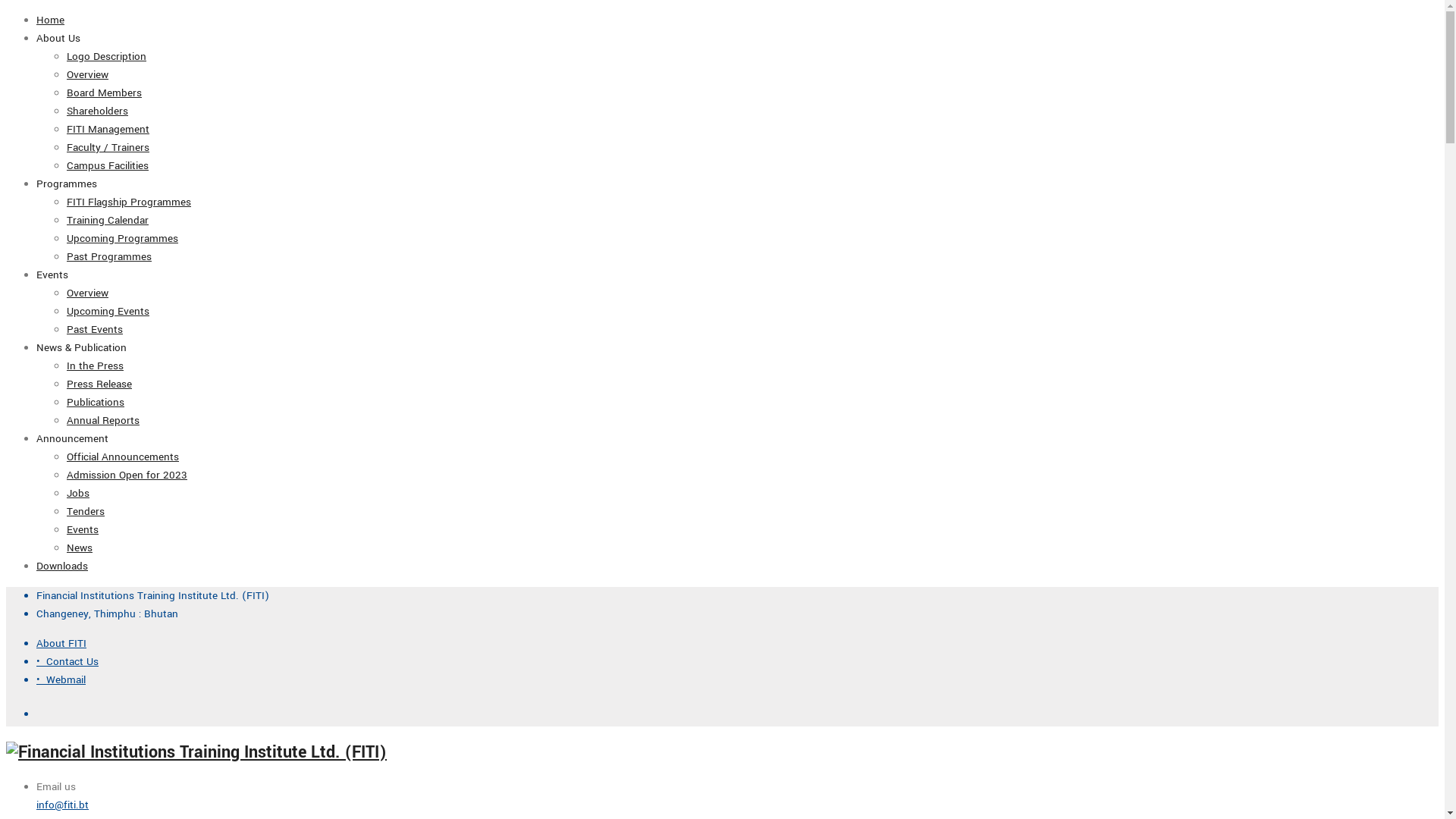 The image size is (1456, 819). Describe the element at coordinates (65, 201) in the screenshot. I see `'FITI Flagship Programmes'` at that location.